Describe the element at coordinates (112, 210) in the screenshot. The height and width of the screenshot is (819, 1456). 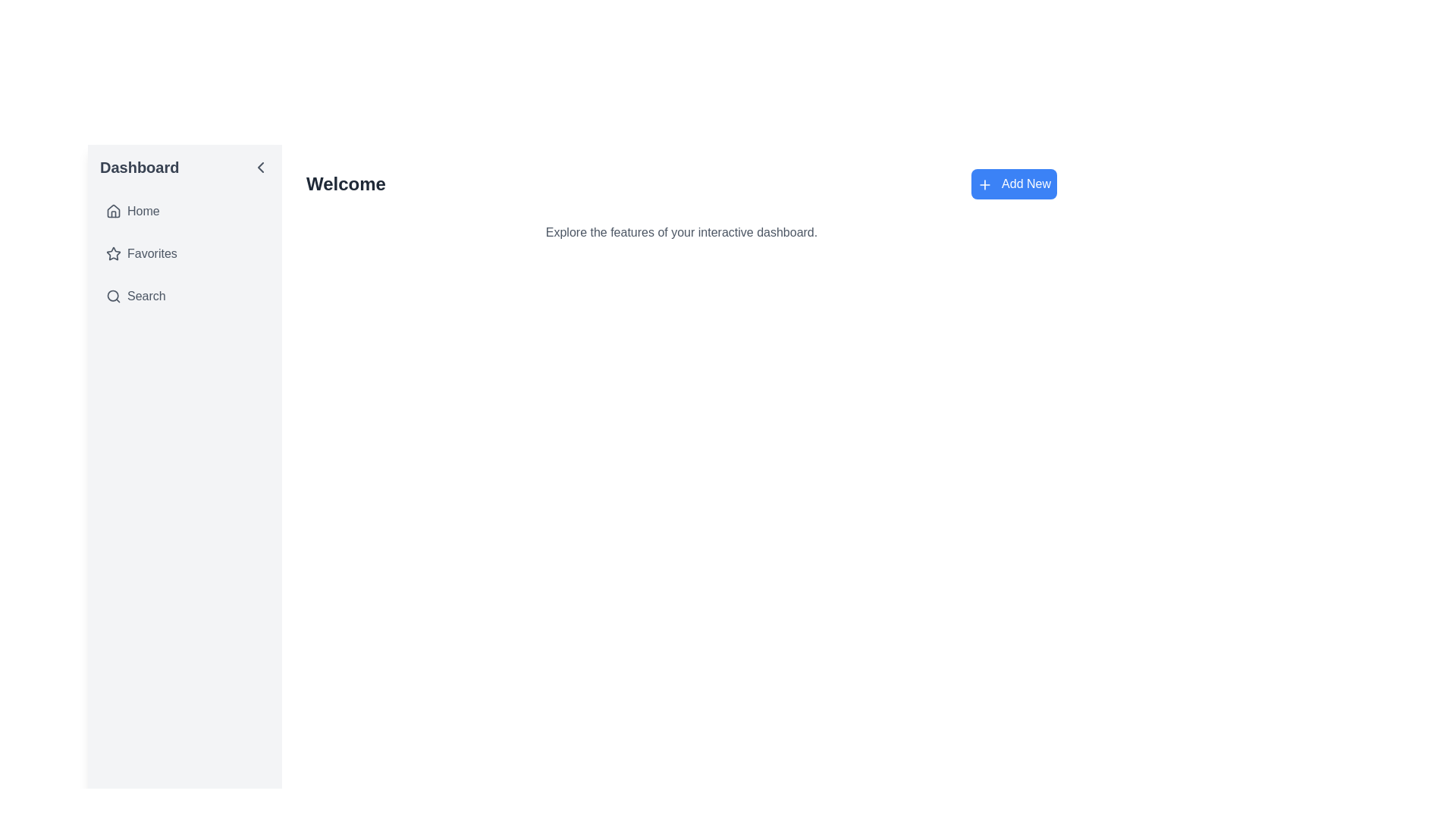
I see `the house-shaped icon in the sidebar under the 'Home' menu item` at that location.